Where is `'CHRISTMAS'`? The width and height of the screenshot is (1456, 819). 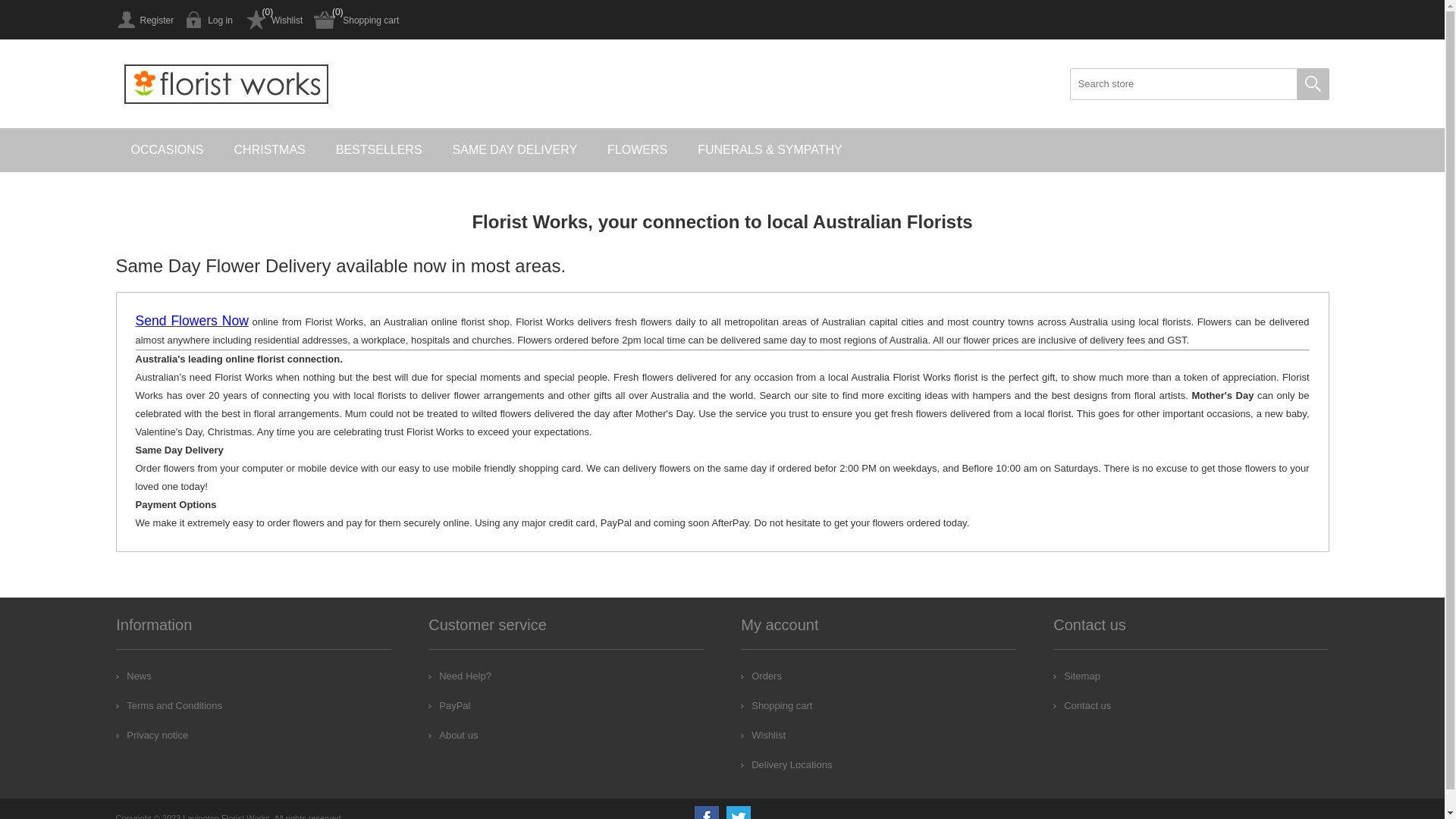
'CHRISTMAS' is located at coordinates (269, 149).